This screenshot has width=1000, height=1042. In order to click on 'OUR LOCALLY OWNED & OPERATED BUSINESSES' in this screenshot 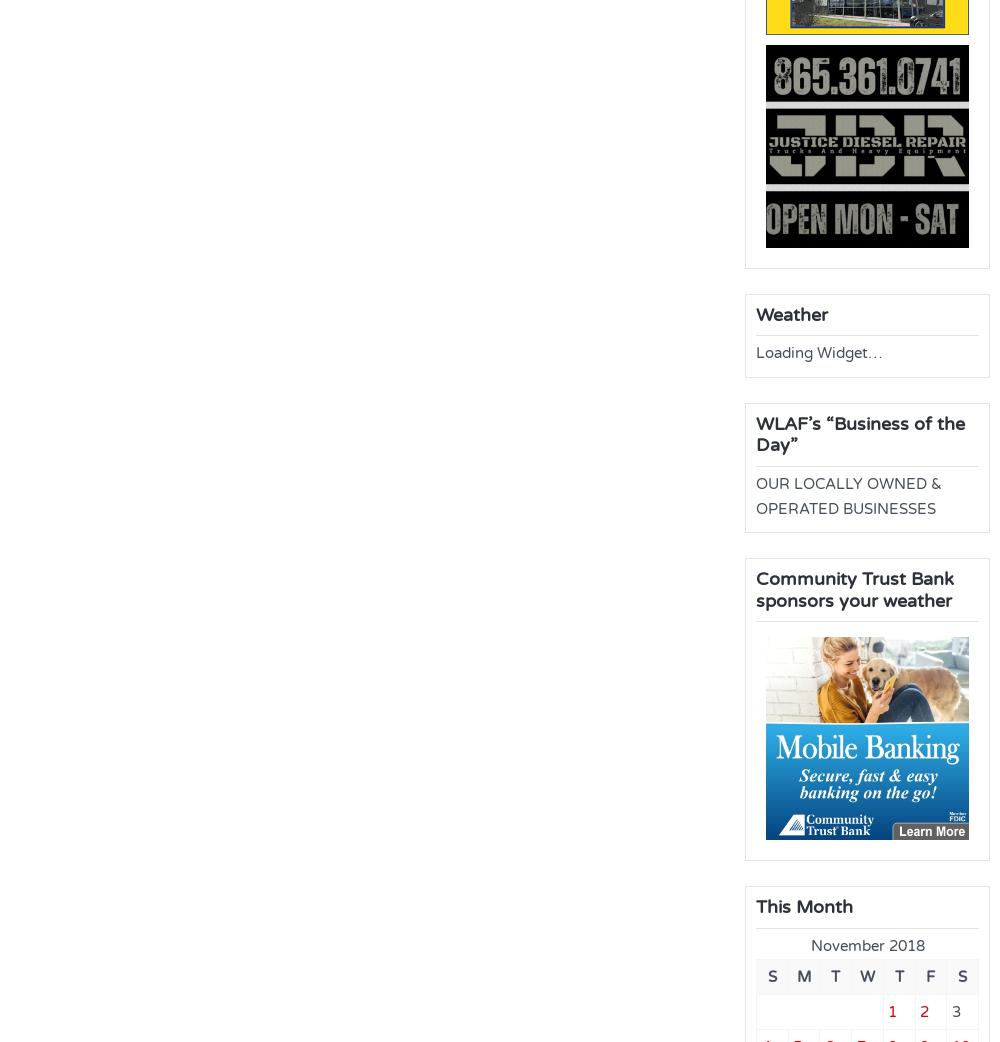, I will do `click(848, 495)`.